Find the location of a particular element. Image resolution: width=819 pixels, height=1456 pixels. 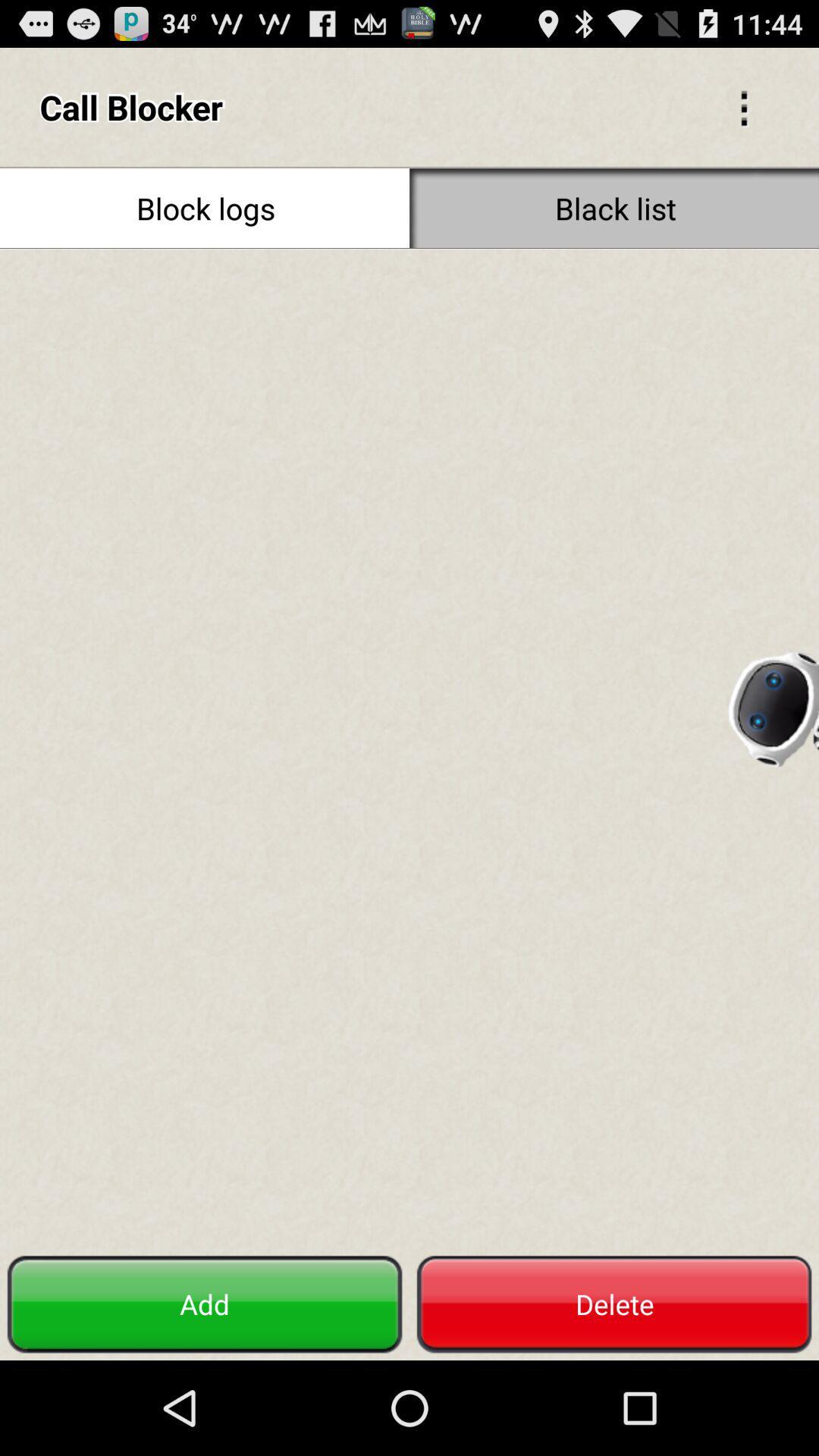

the item above delete item is located at coordinates (772, 703).